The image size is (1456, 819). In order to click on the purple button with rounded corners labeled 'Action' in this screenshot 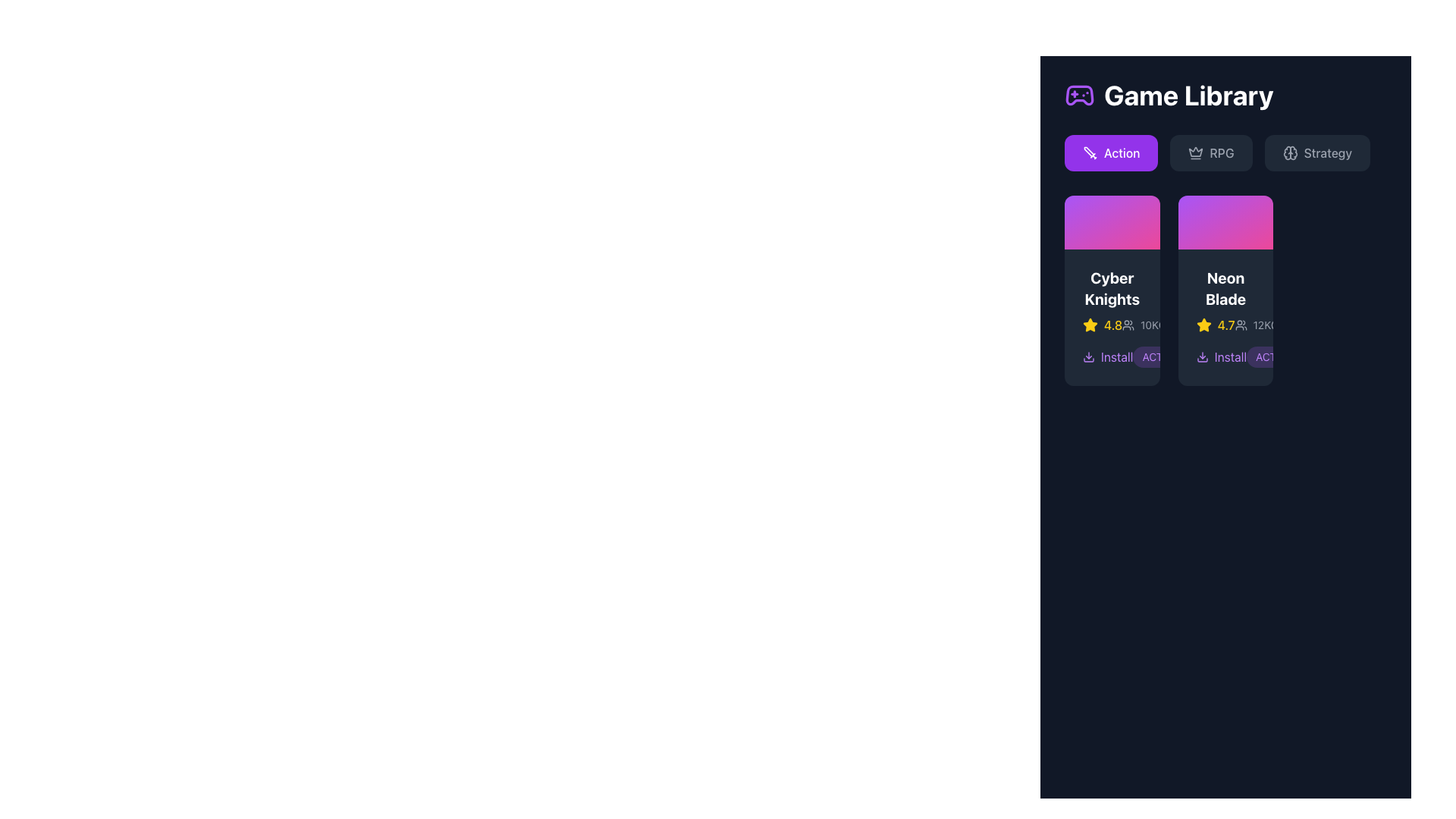, I will do `click(1111, 152)`.